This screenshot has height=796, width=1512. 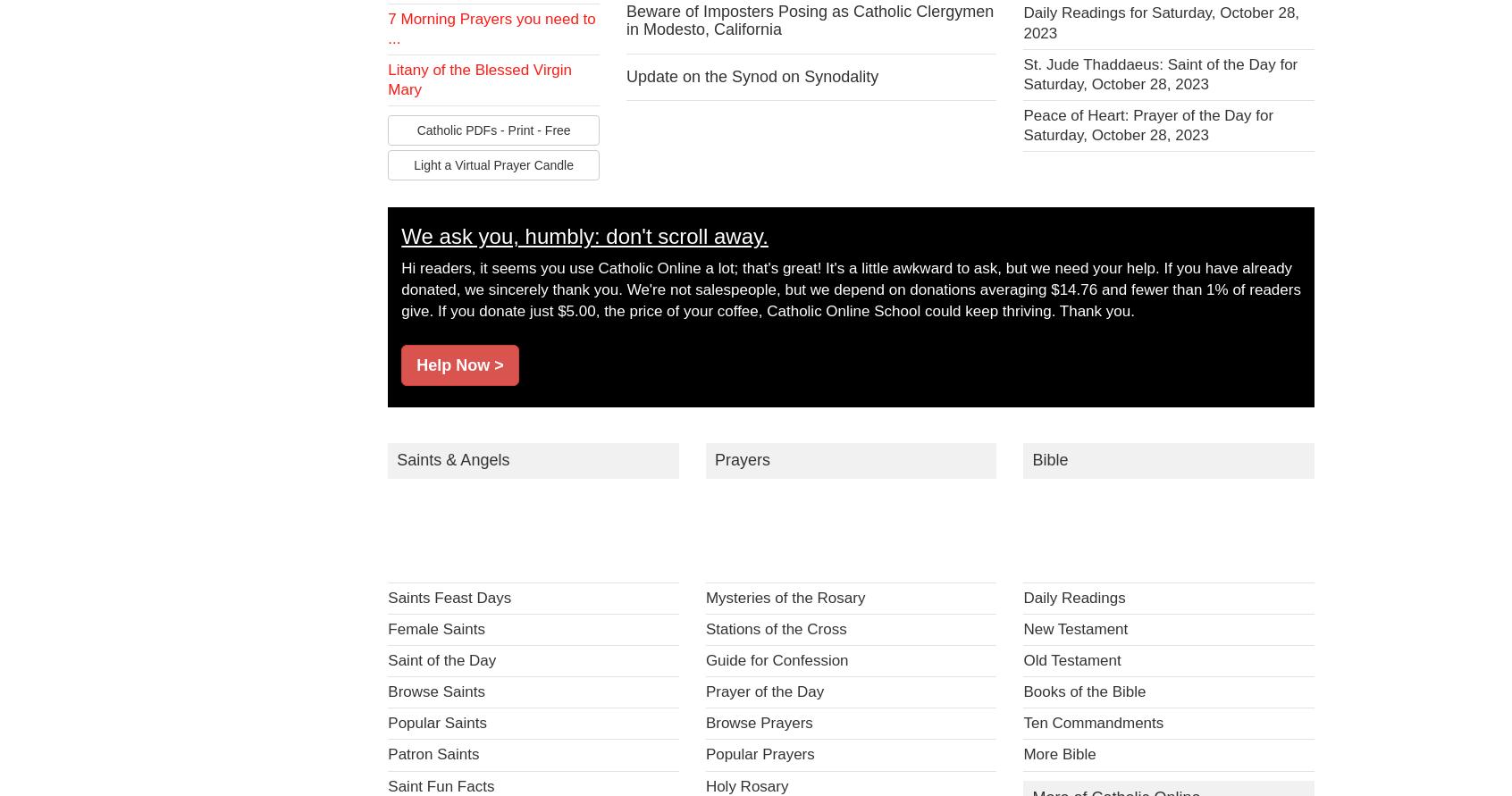 What do you see at coordinates (584, 236) in the screenshot?
I see `'We ask you, humbly: don't scroll away.'` at bounding box center [584, 236].